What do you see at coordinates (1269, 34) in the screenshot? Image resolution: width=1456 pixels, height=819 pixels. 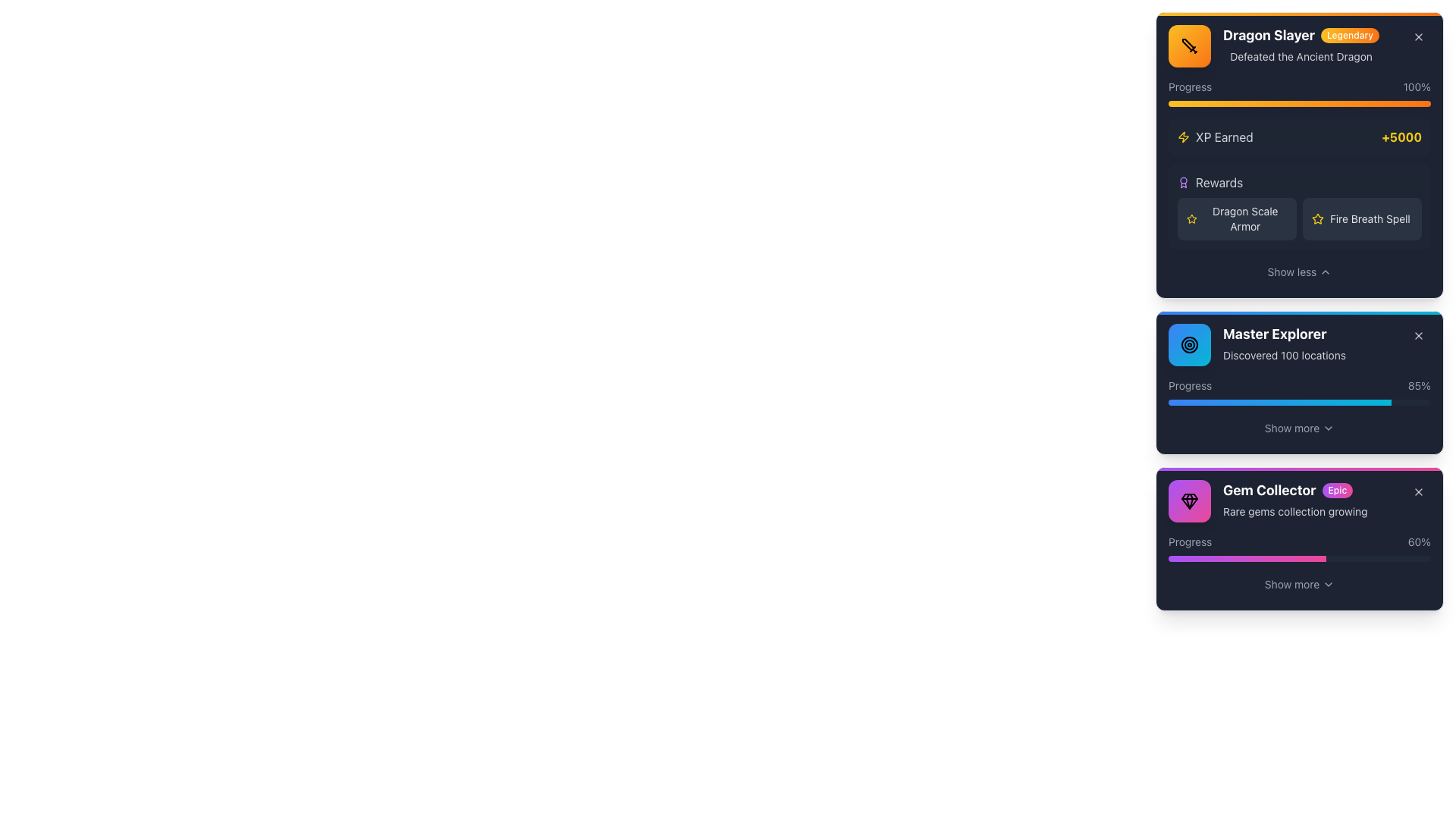 I see `the text display that serves as the title for the 'Dragon Slayer' card, positioned at the top left next to a 'Legendary' badge` at bounding box center [1269, 34].